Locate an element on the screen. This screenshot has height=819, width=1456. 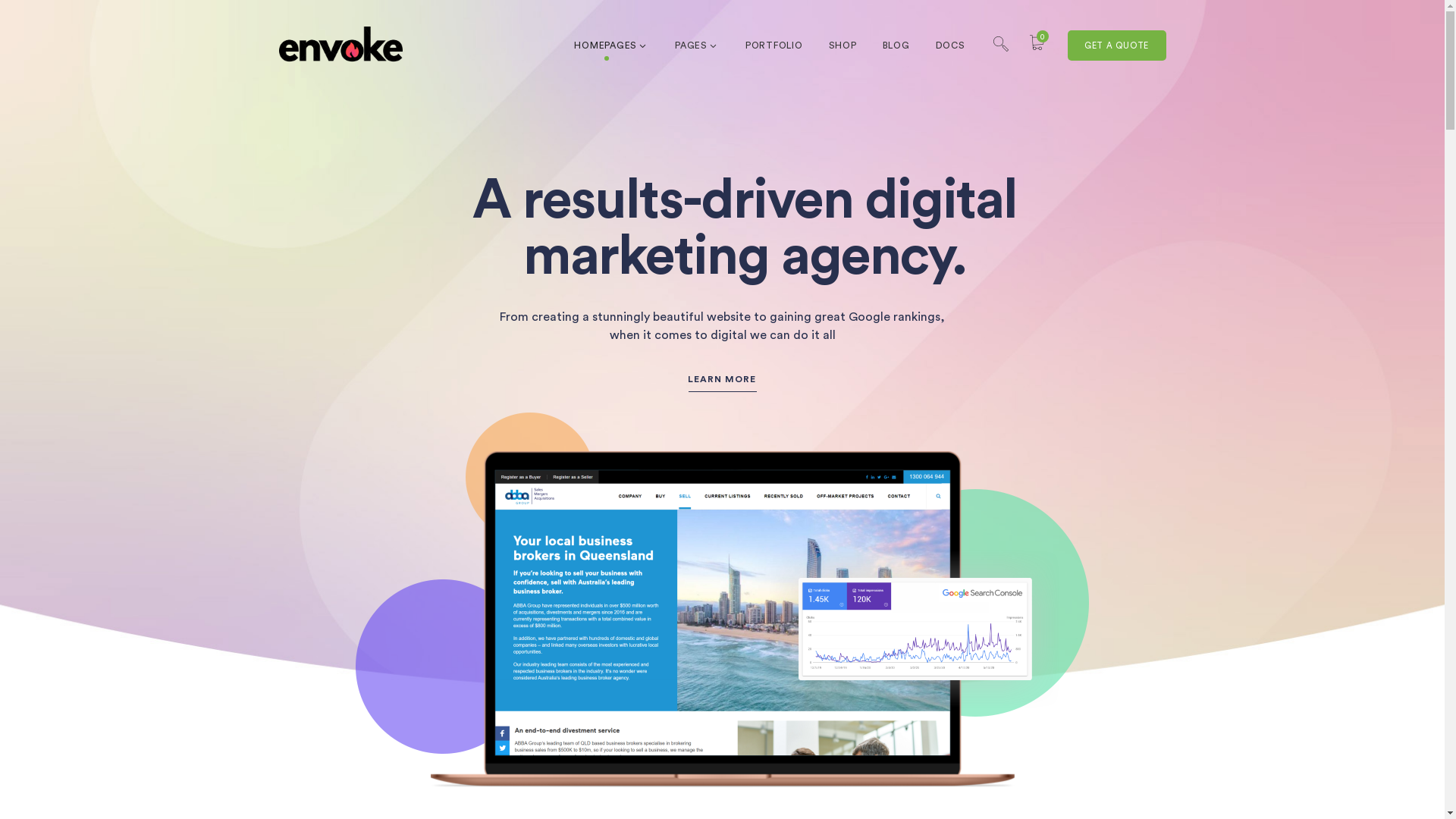
'LEARN MORE' is located at coordinates (720, 378).